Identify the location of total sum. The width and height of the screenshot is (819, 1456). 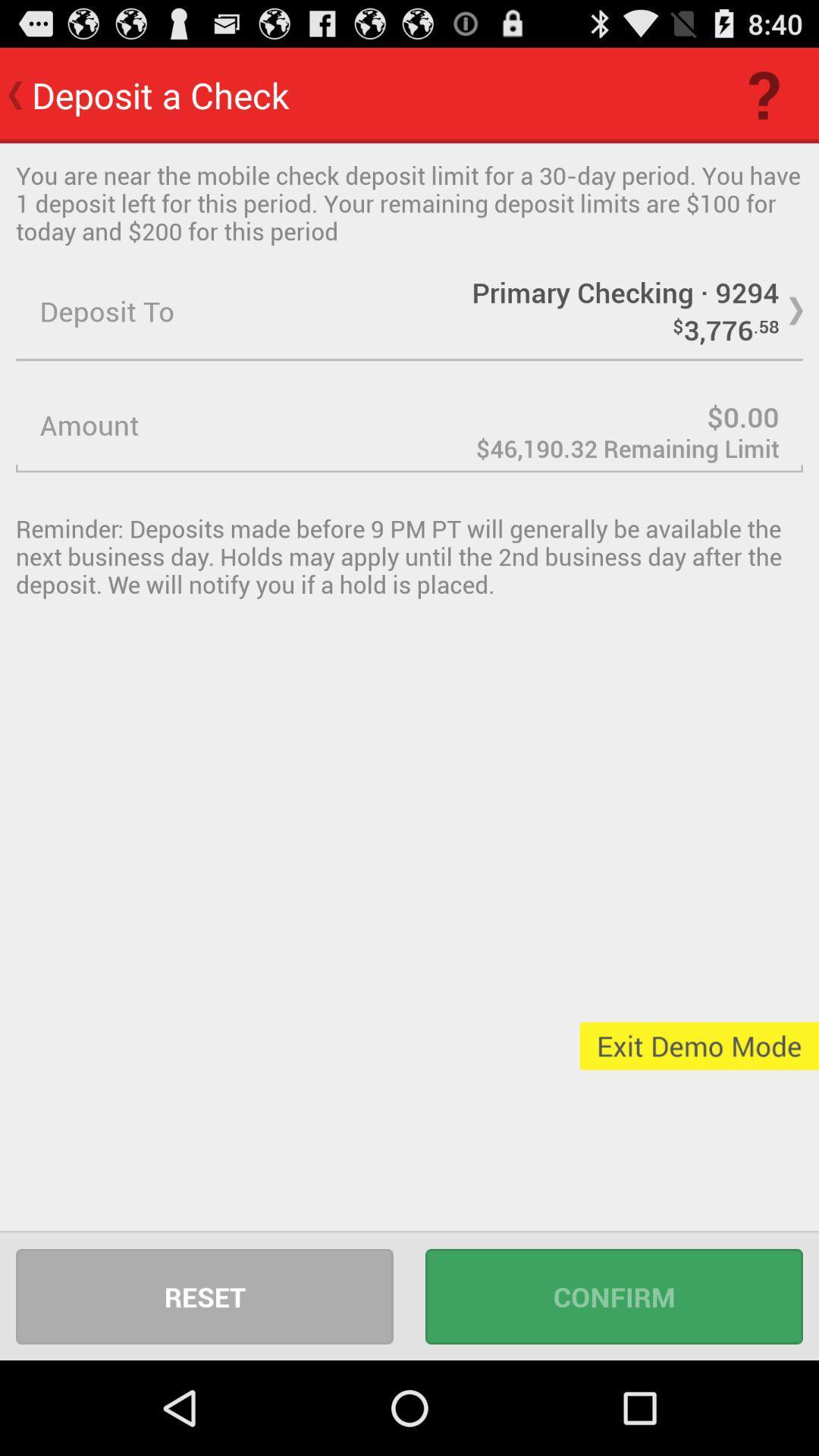
(409, 425).